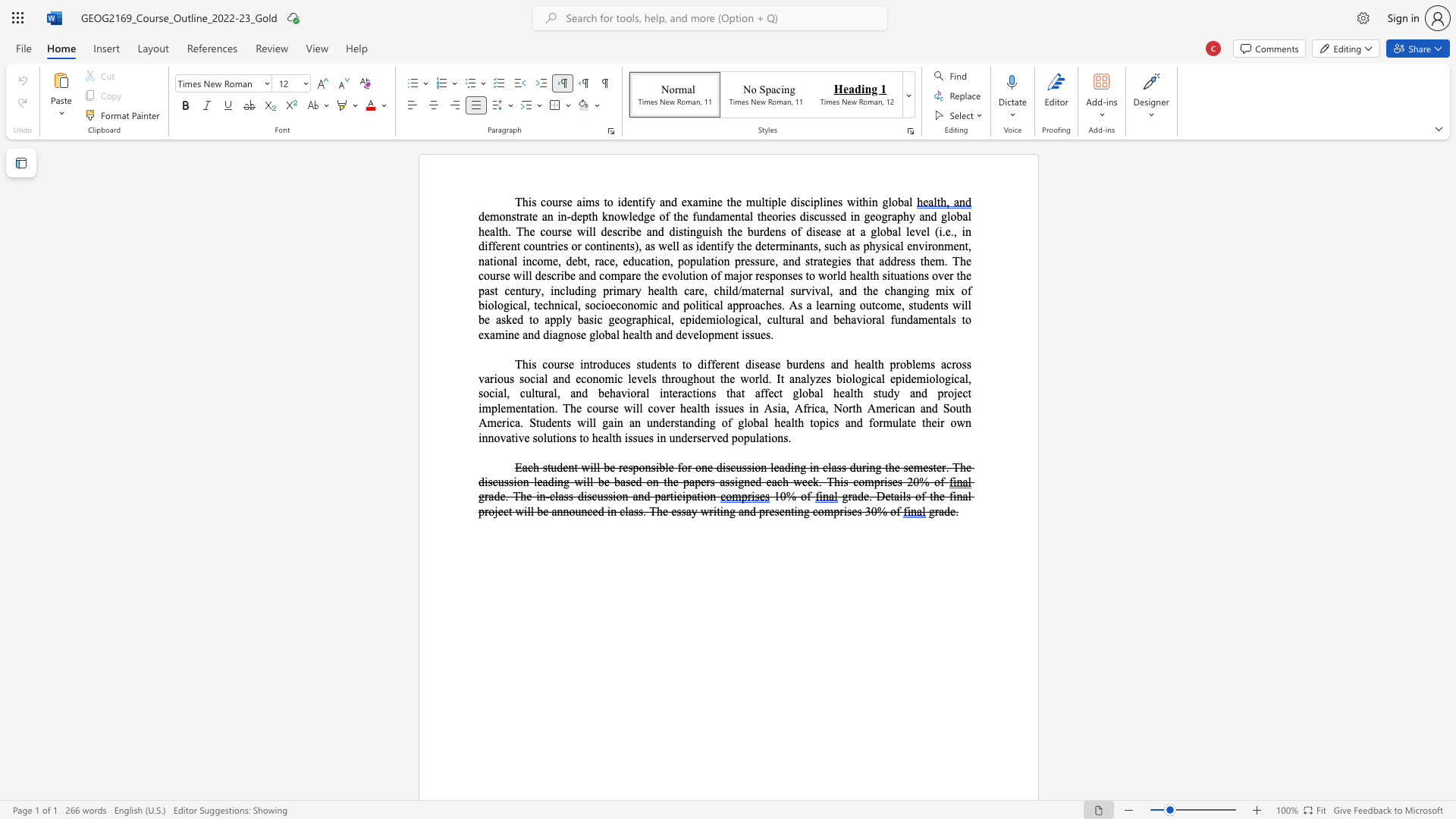  Describe the element at coordinates (563, 231) in the screenshot. I see `the 6th character "s" in the text` at that location.